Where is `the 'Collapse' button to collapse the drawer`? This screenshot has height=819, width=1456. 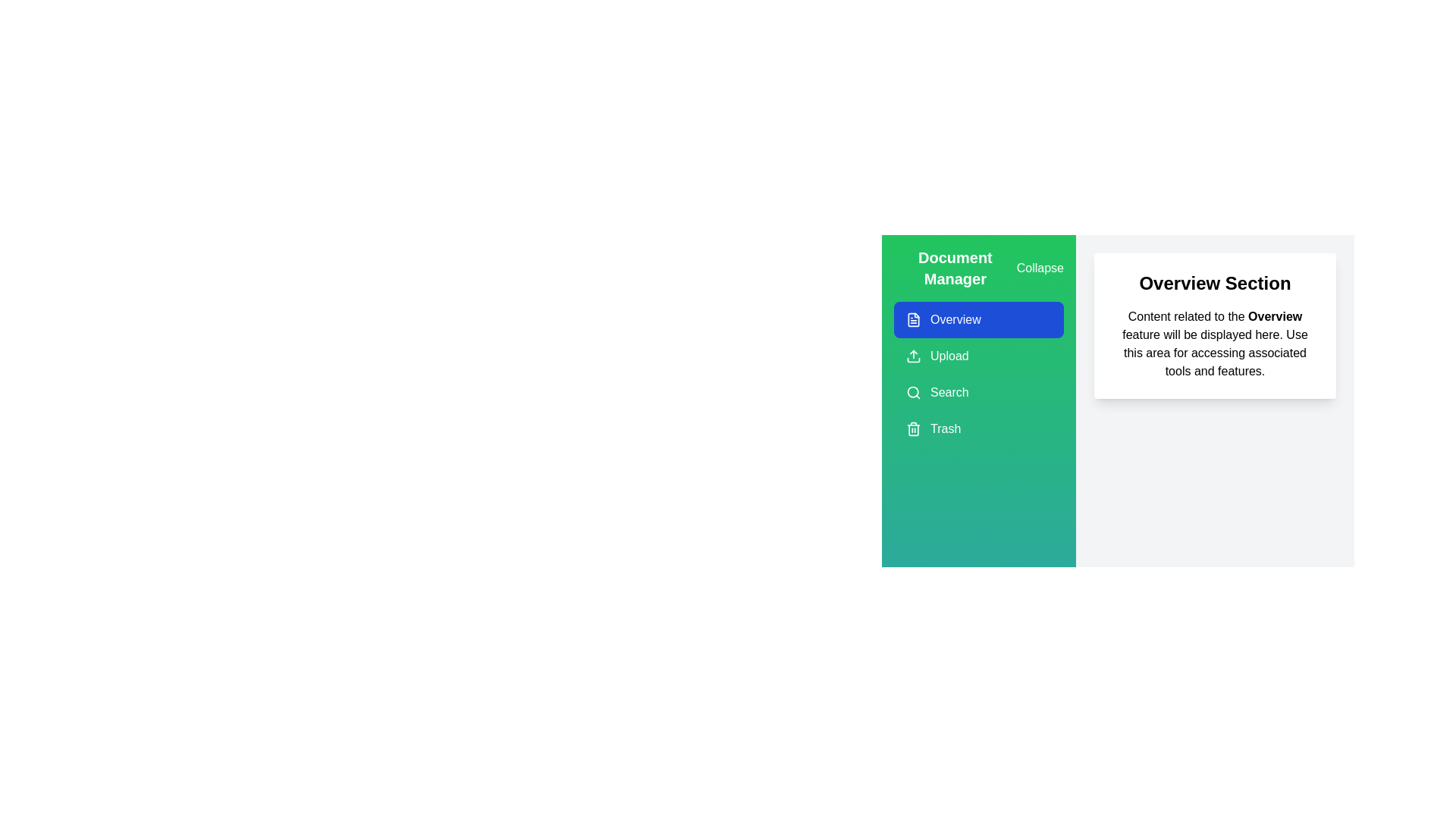 the 'Collapse' button to collapse the drawer is located at coordinates (1039, 268).